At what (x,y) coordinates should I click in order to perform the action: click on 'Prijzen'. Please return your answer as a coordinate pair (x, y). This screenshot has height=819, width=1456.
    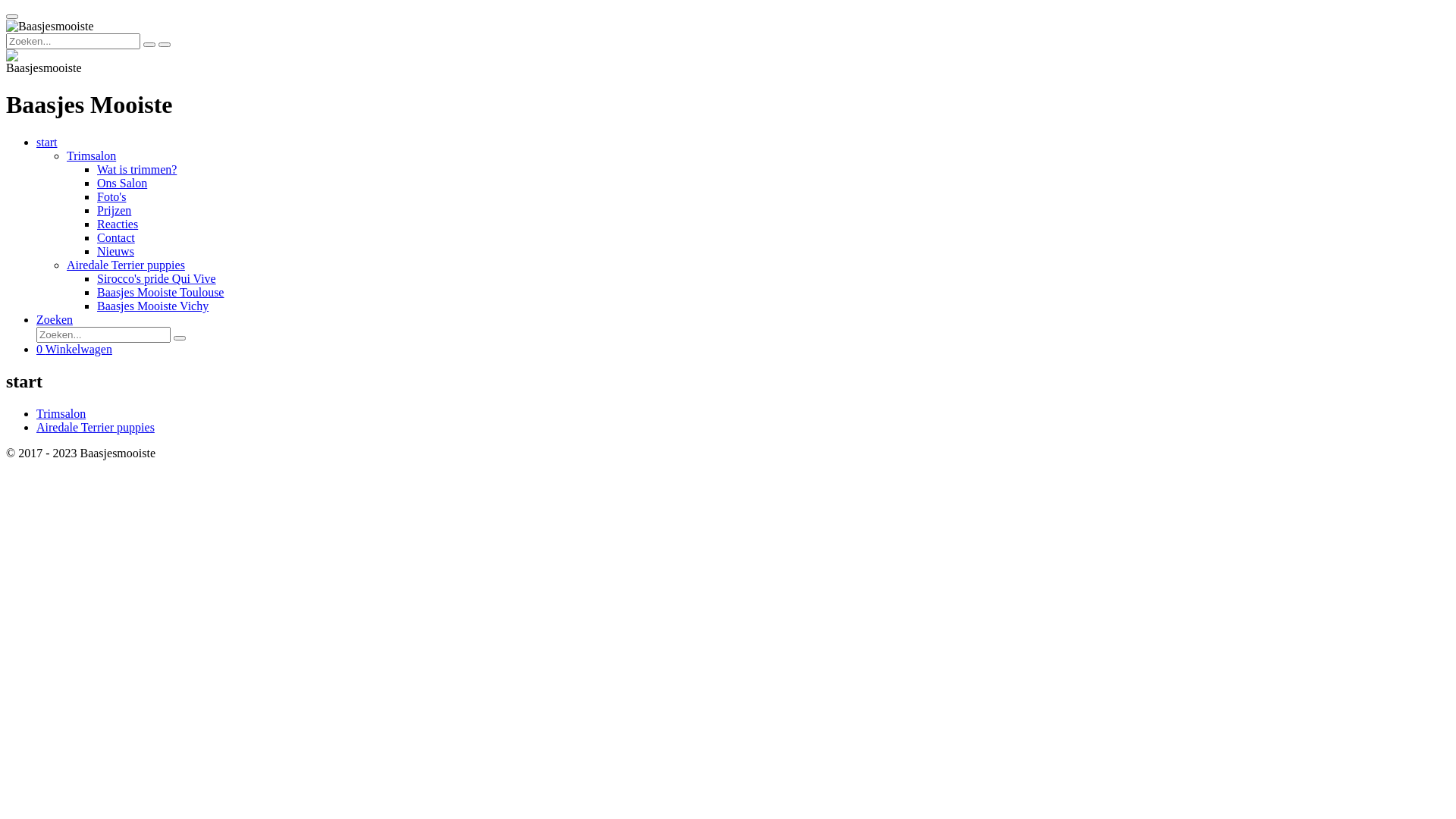
    Looking at the image, I should click on (113, 210).